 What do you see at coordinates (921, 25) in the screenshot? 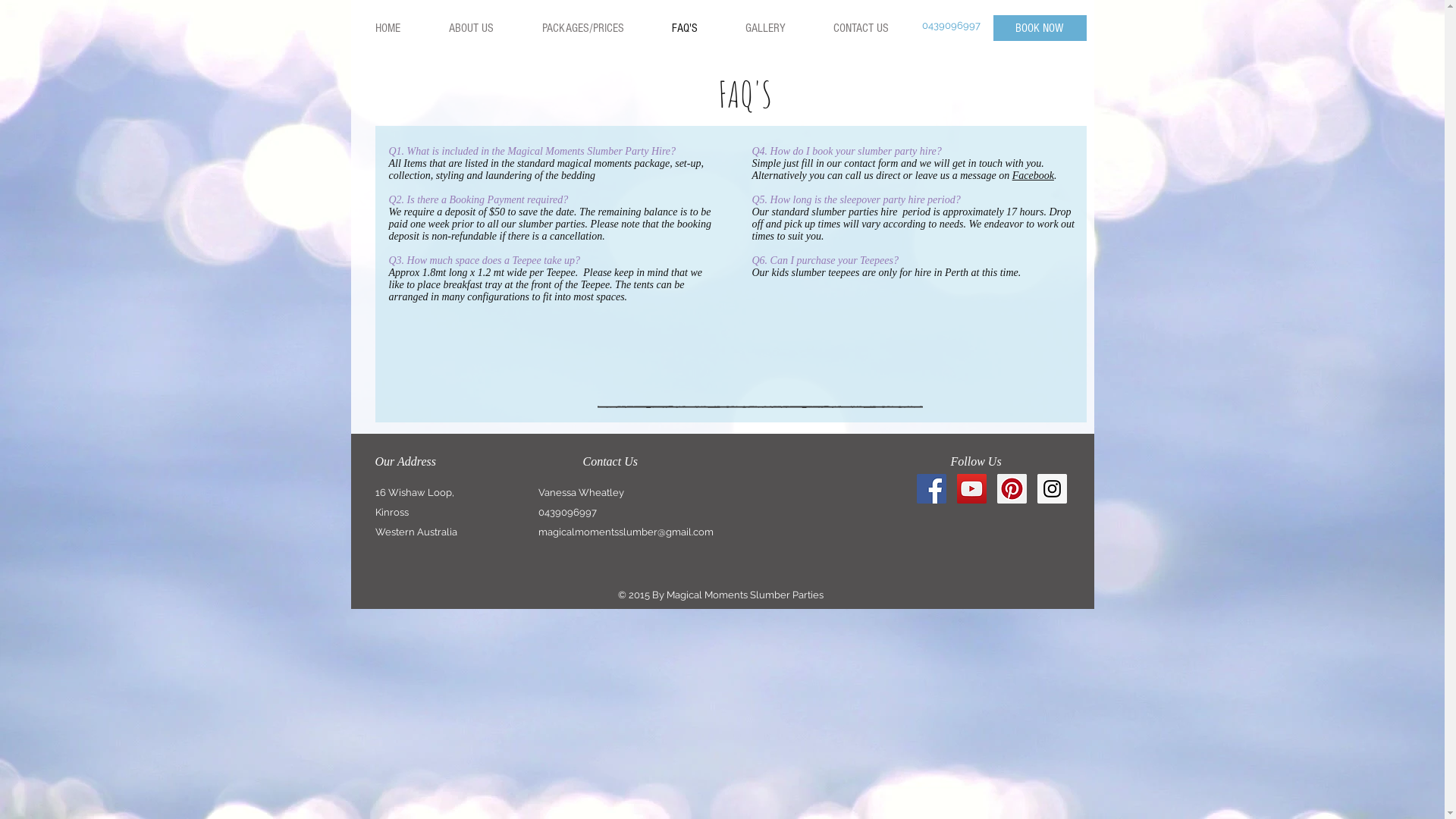
I see `'0439096997'` at bounding box center [921, 25].